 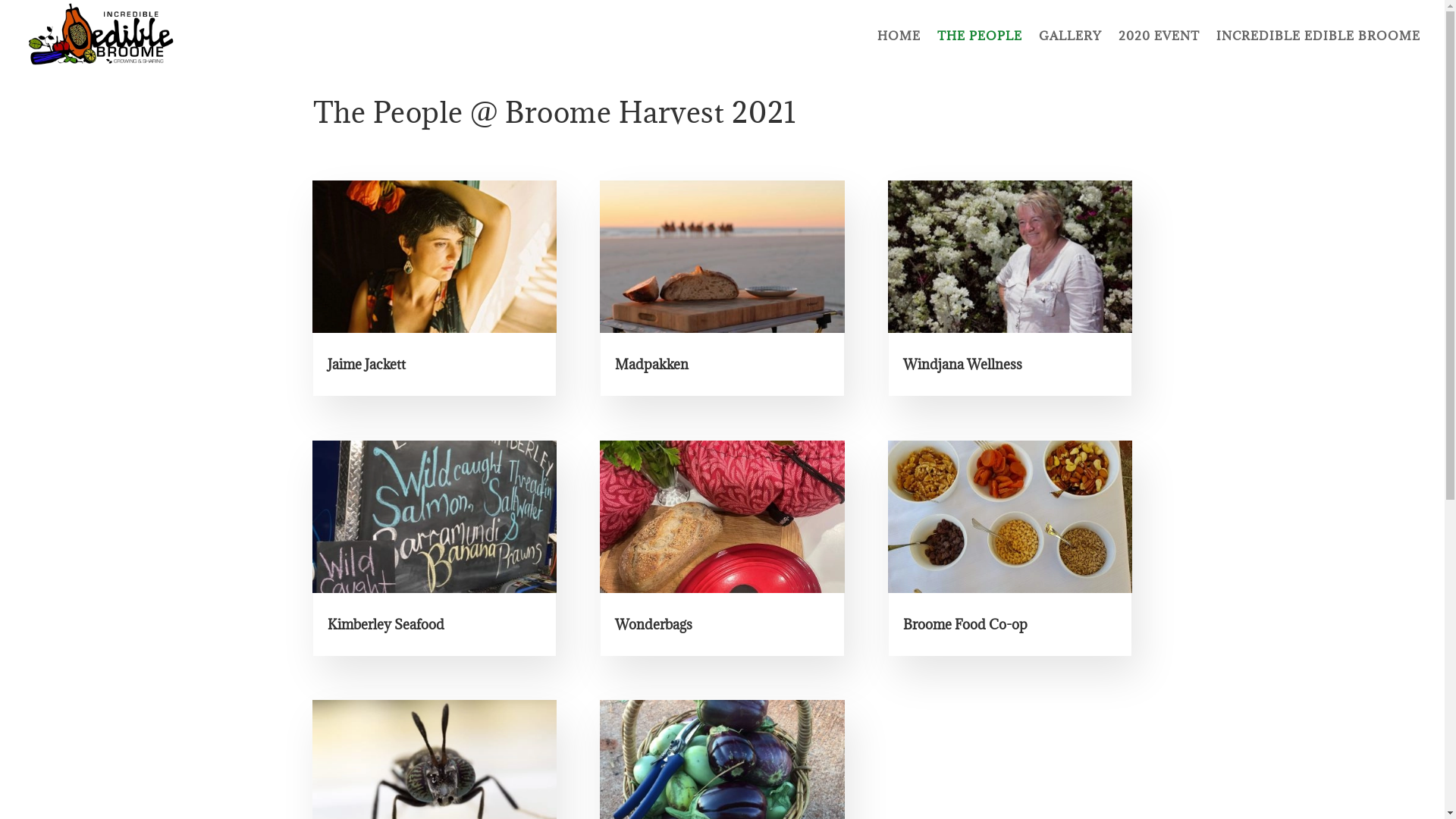 What do you see at coordinates (899, 49) in the screenshot?
I see `'HOME'` at bounding box center [899, 49].